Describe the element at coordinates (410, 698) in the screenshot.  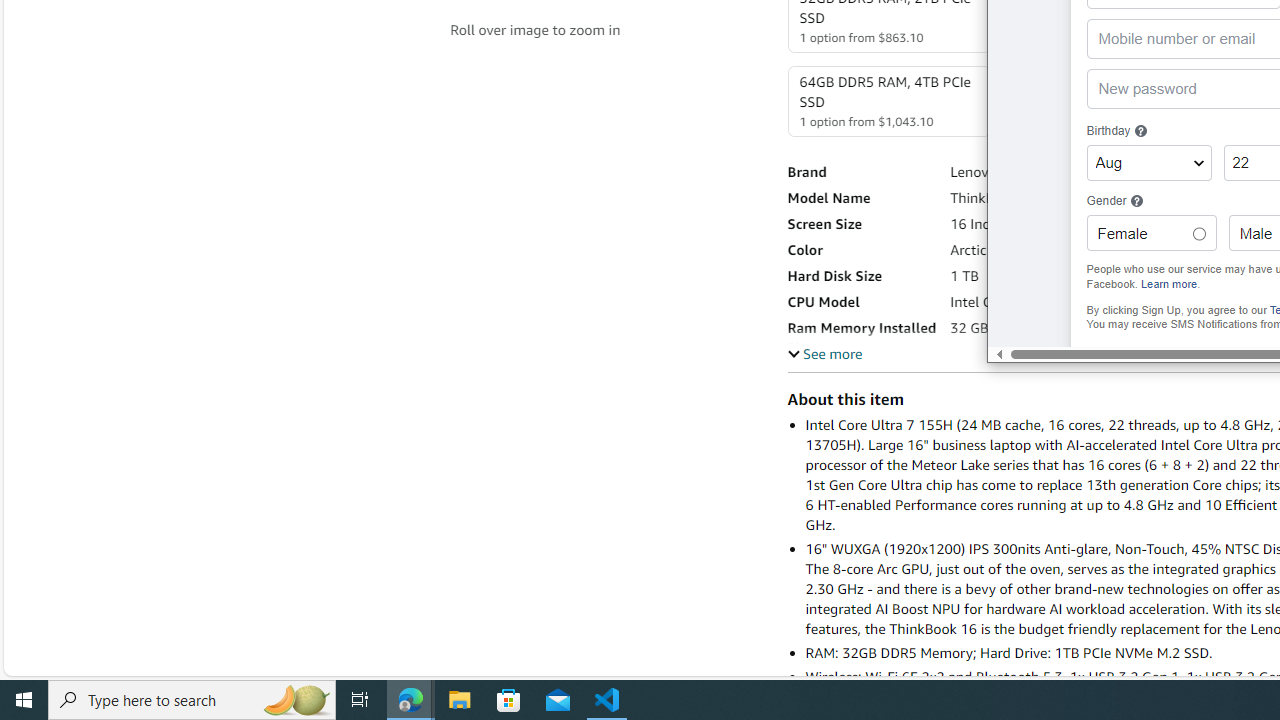
I see `'Microsoft Edge - 2 running windows'` at that location.